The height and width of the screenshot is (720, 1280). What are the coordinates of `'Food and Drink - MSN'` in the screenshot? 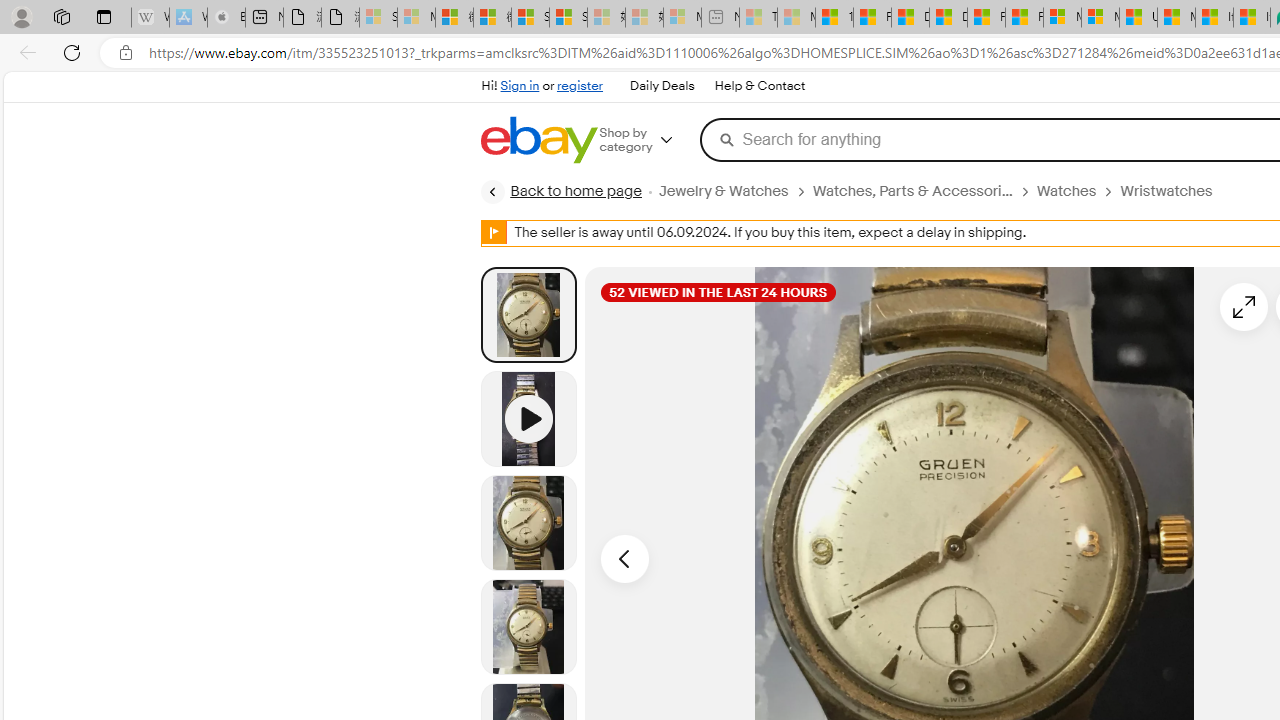 It's located at (872, 17).